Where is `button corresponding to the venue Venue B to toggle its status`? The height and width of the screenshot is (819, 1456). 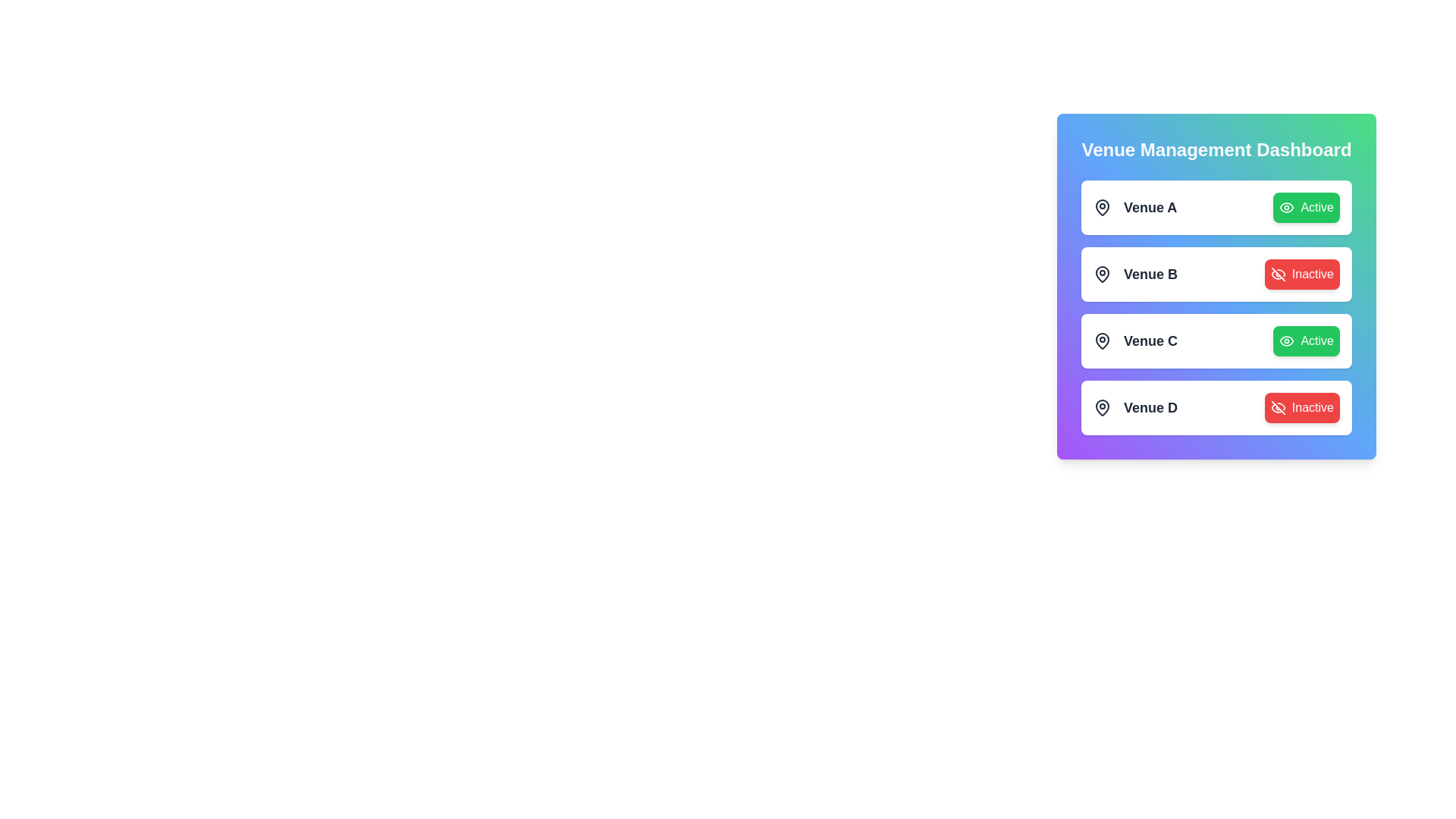 button corresponding to the venue Venue B to toggle its status is located at coordinates (1301, 275).